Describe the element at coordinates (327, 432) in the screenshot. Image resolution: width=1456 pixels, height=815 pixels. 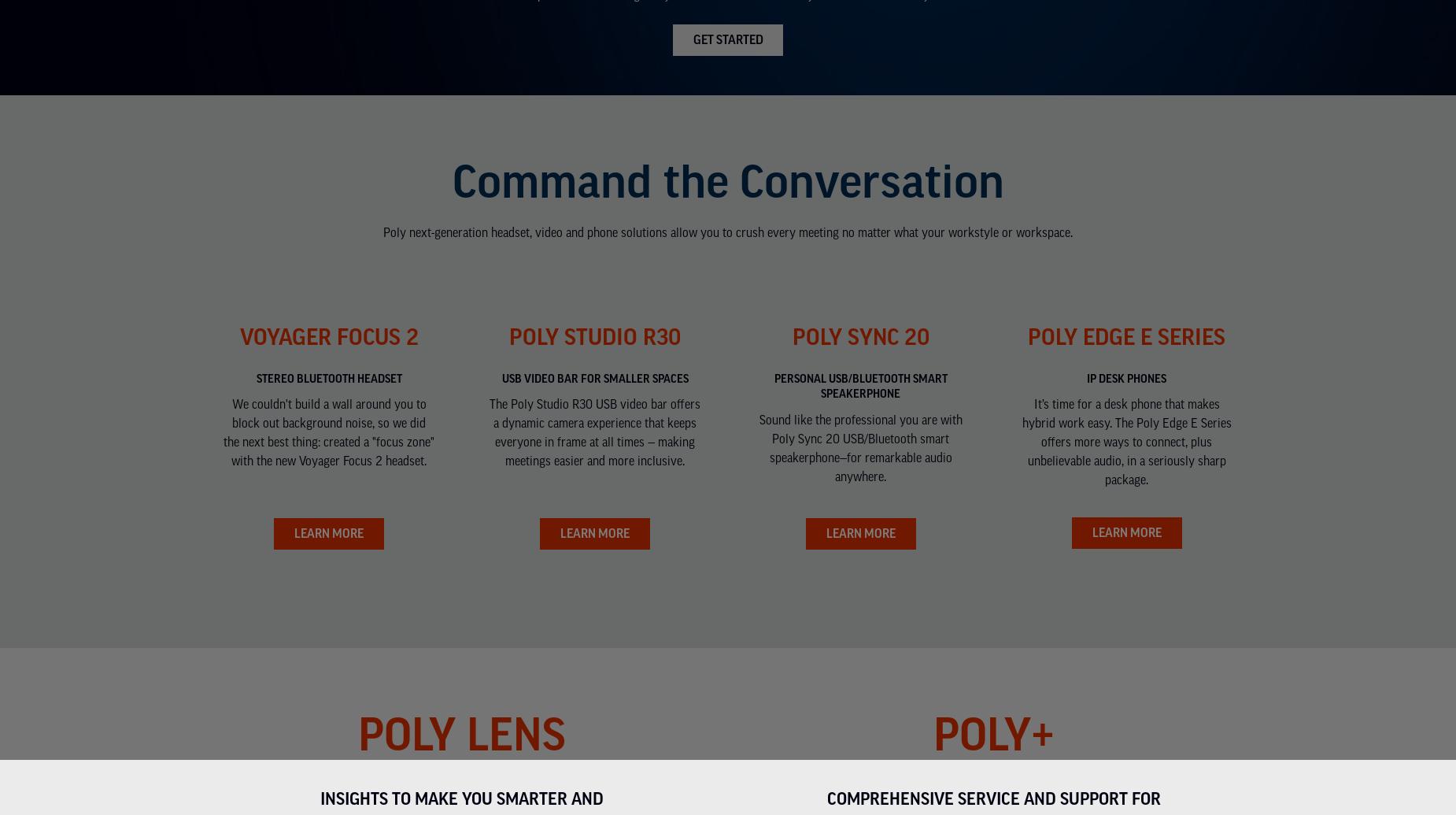
I see `'We couldn't build a wall around you to block out background noise, so we did the next best thing: created a "focus zone" with the new Voyager Focus 2 headset.'` at that location.